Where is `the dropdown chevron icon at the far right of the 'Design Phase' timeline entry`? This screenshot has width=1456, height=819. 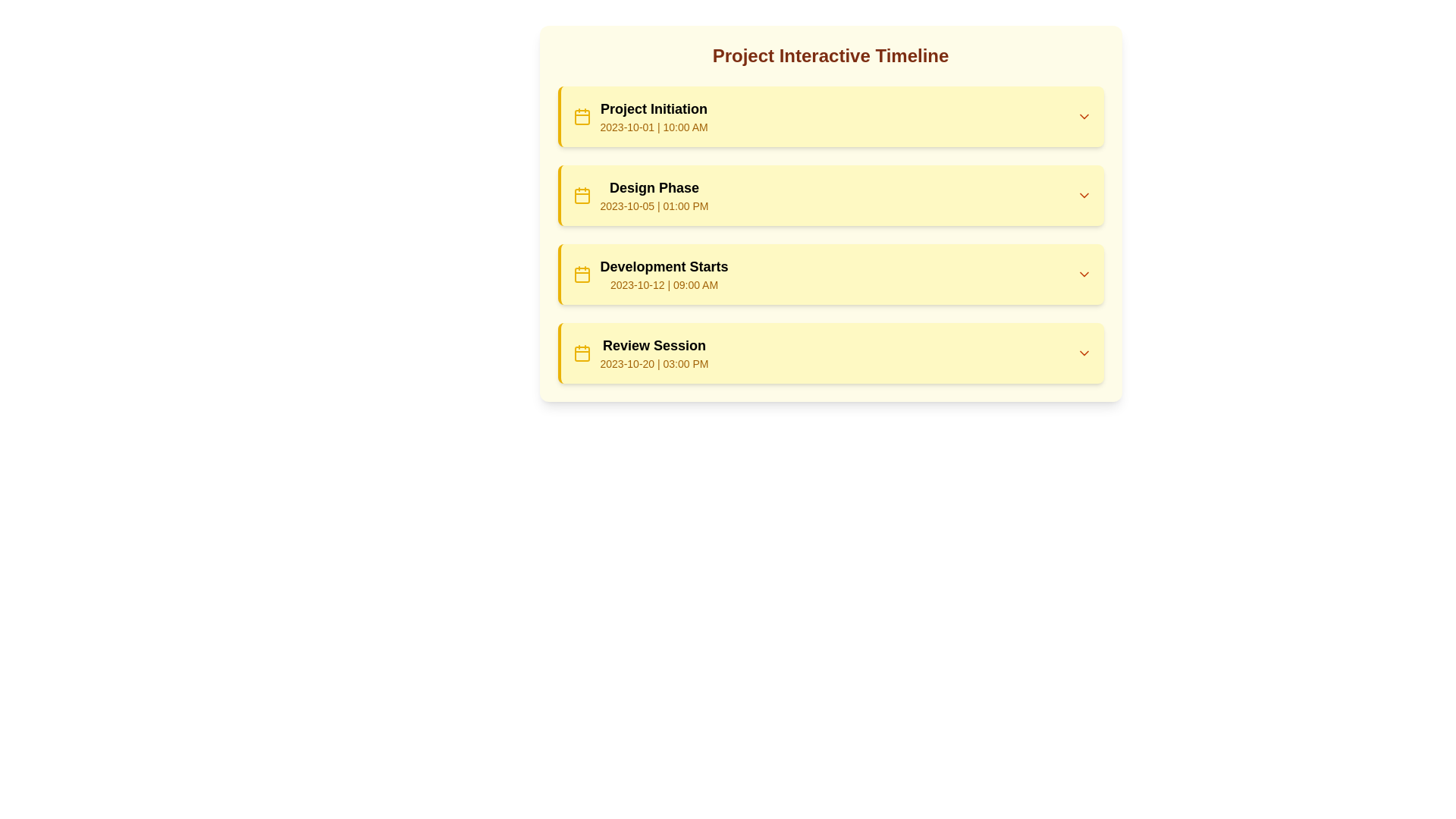 the dropdown chevron icon at the far right of the 'Design Phase' timeline entry is located at coordinates (1083, 195).